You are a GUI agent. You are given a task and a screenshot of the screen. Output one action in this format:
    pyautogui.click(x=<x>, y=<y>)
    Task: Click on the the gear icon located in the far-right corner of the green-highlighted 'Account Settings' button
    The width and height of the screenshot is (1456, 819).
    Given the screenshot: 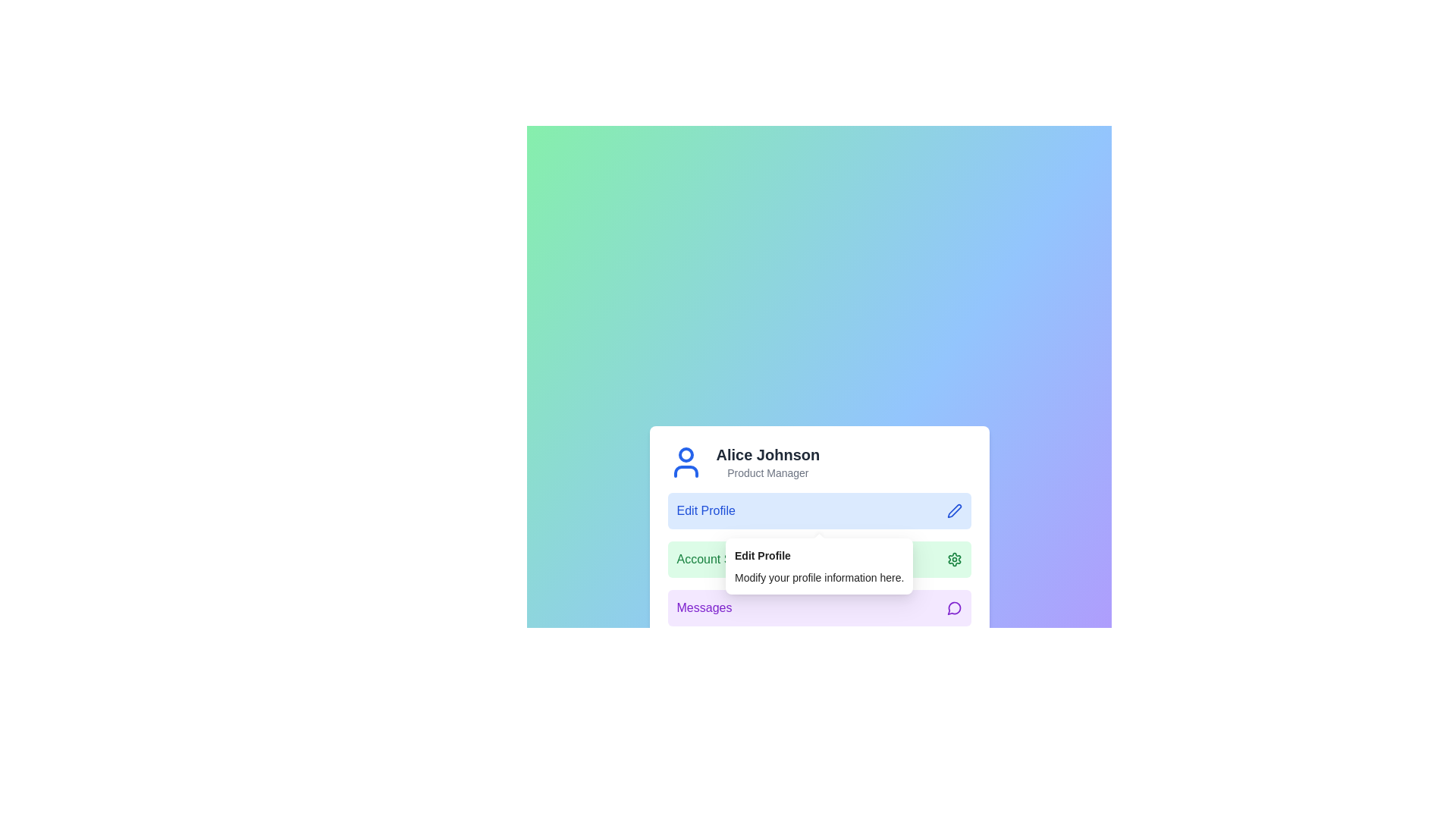 What is the action you would take?
    pyautogui.click(x=953, y=559)
    